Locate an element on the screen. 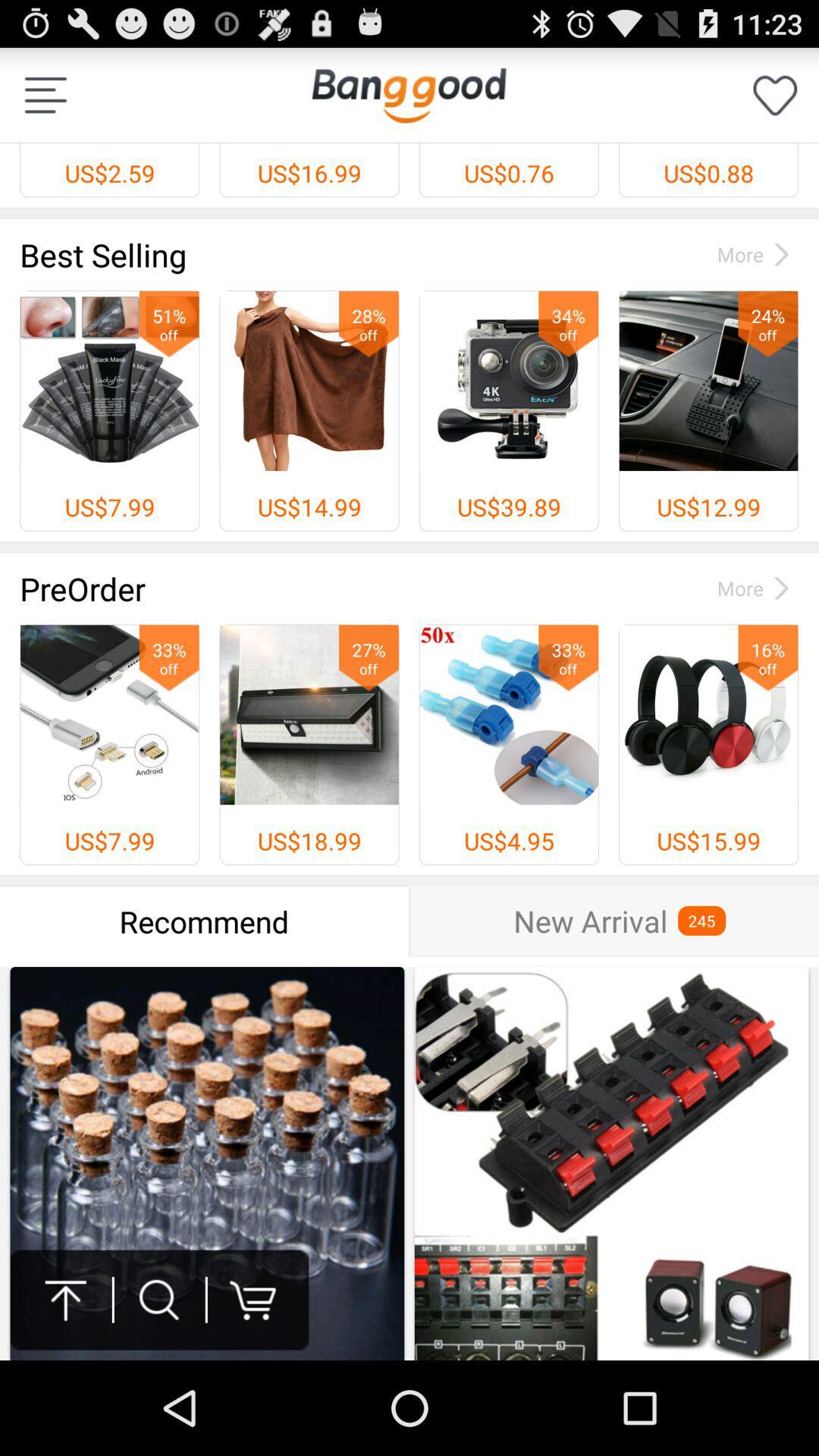  like this page is located at coordinates (775, 94).